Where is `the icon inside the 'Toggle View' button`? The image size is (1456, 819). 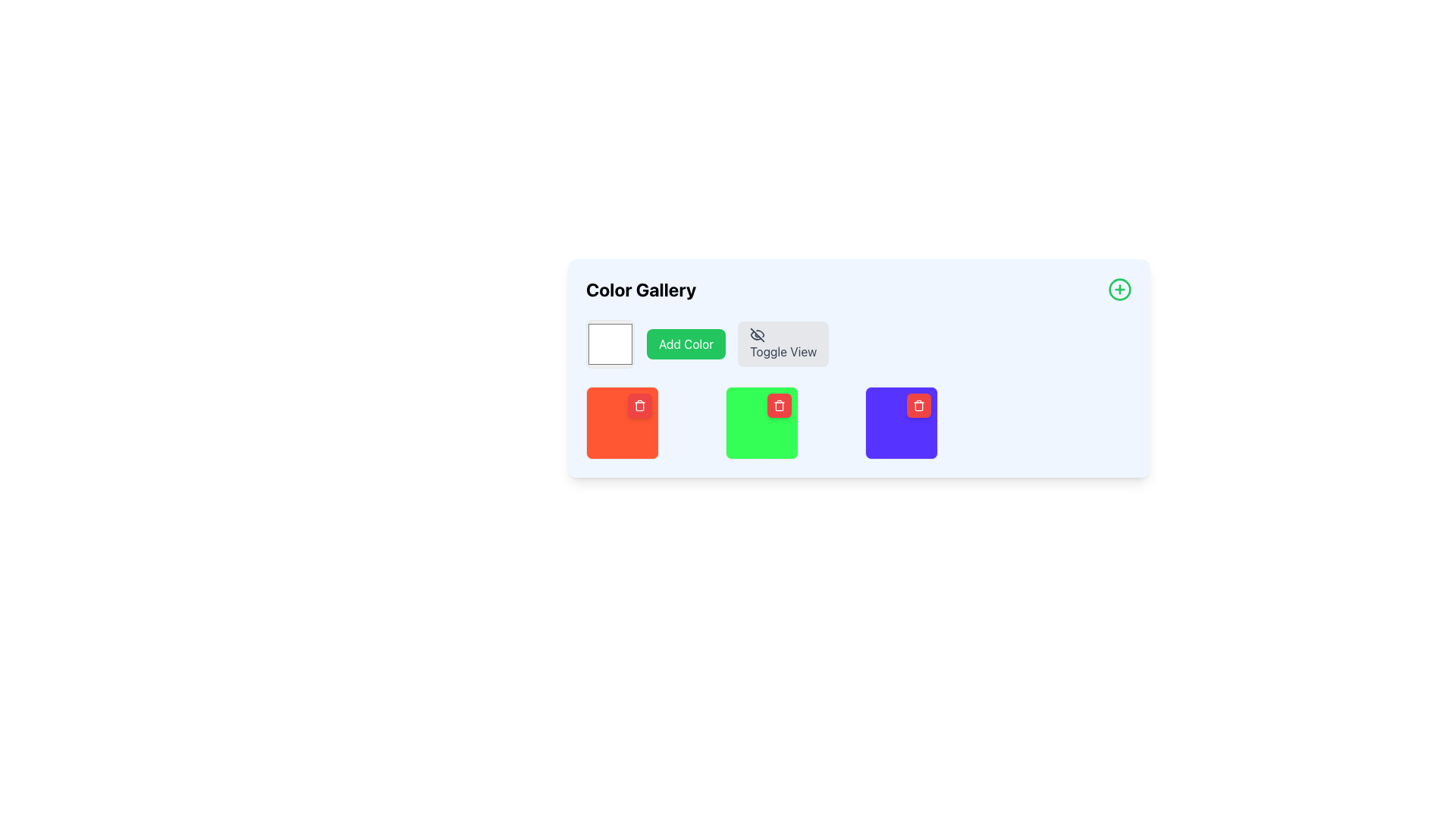 the icon inside the 'Toggle View' button is located at coordinates (758, 334).